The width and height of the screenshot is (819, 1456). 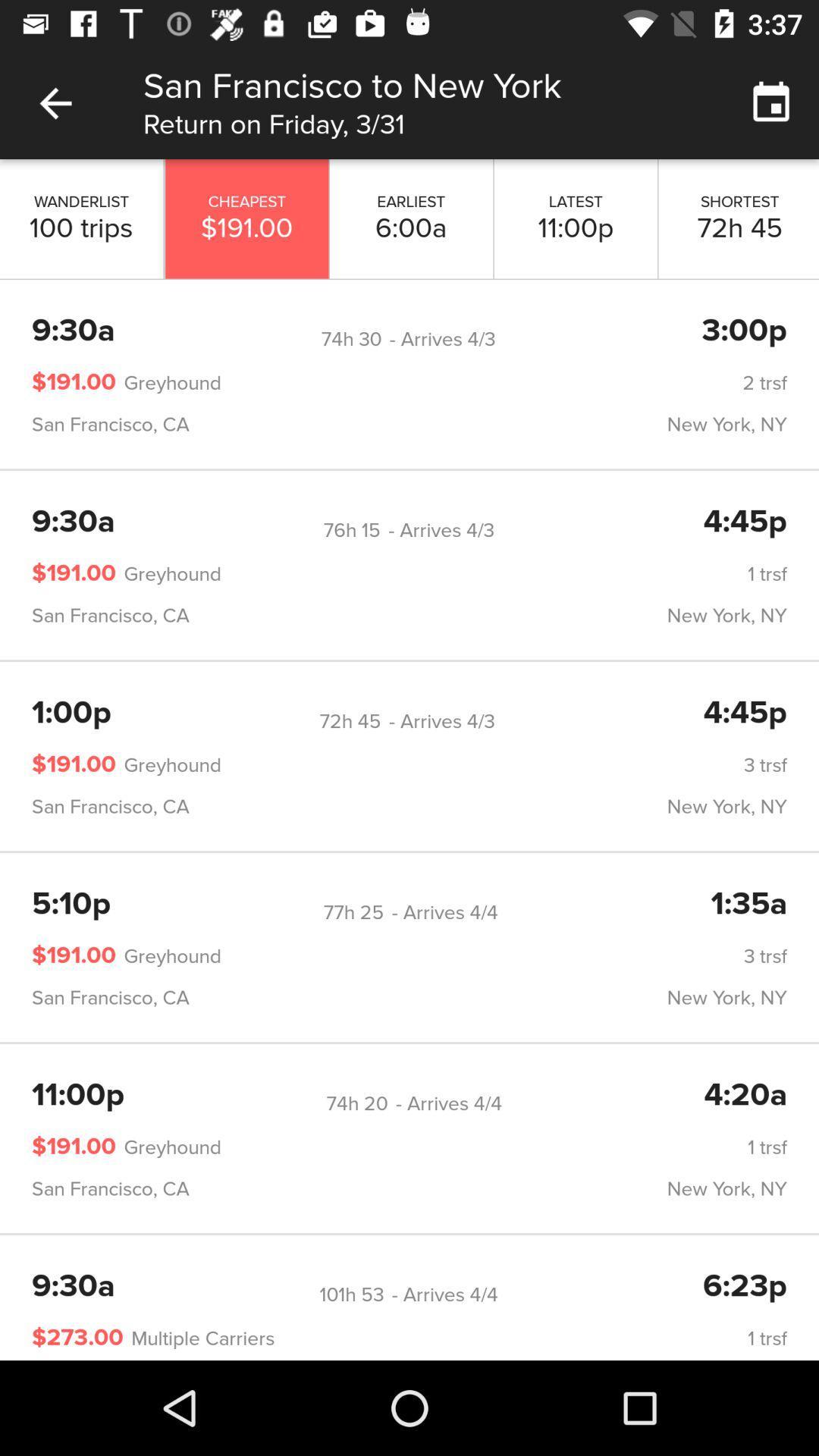 I want to click on the item below the san francisco, ca, so click(x=352, y=530).